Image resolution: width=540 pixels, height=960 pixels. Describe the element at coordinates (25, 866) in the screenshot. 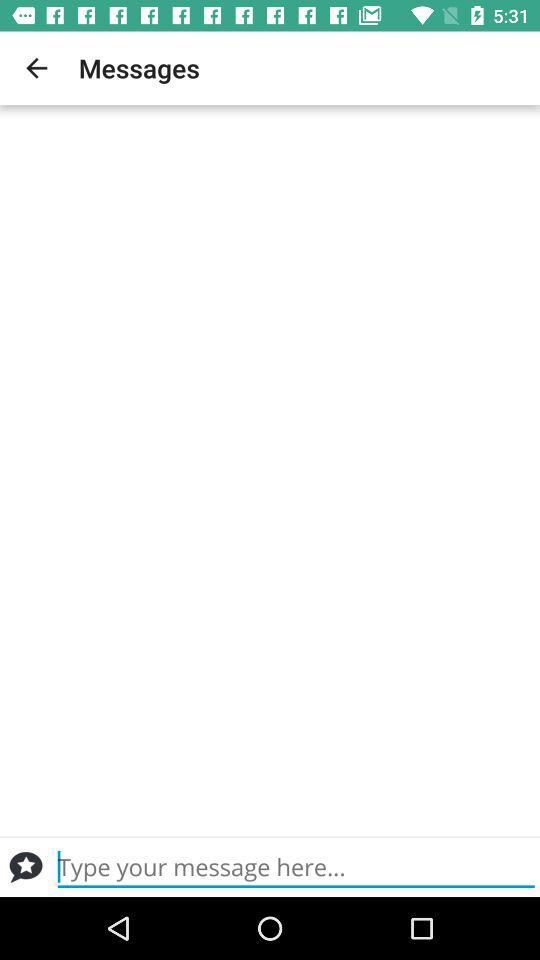

I see `send a message` at that location.